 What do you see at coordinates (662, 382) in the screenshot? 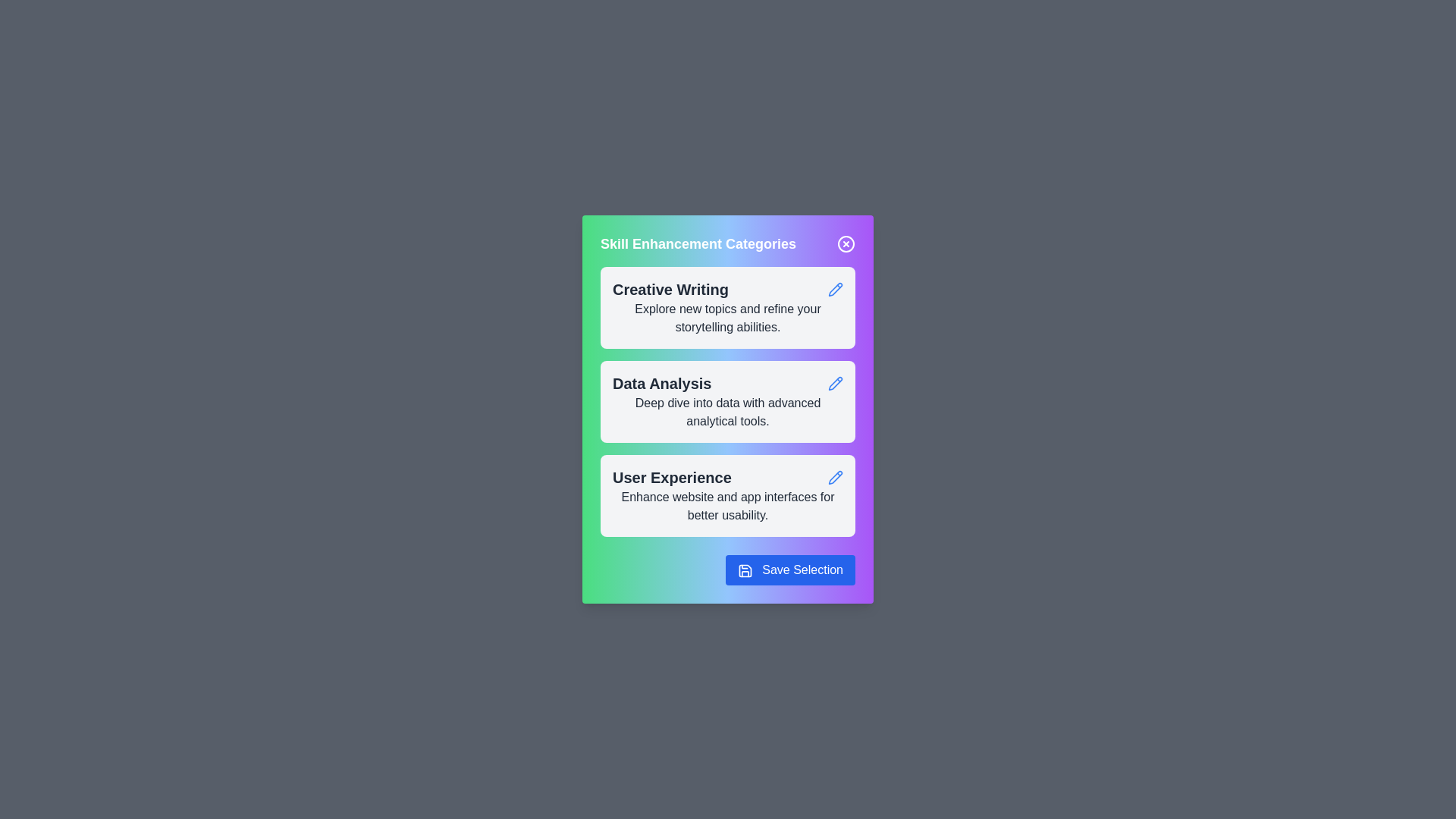
I see `the text of the category card labeled 'Data Analysis' to select it` at bounding box center [662, 382].